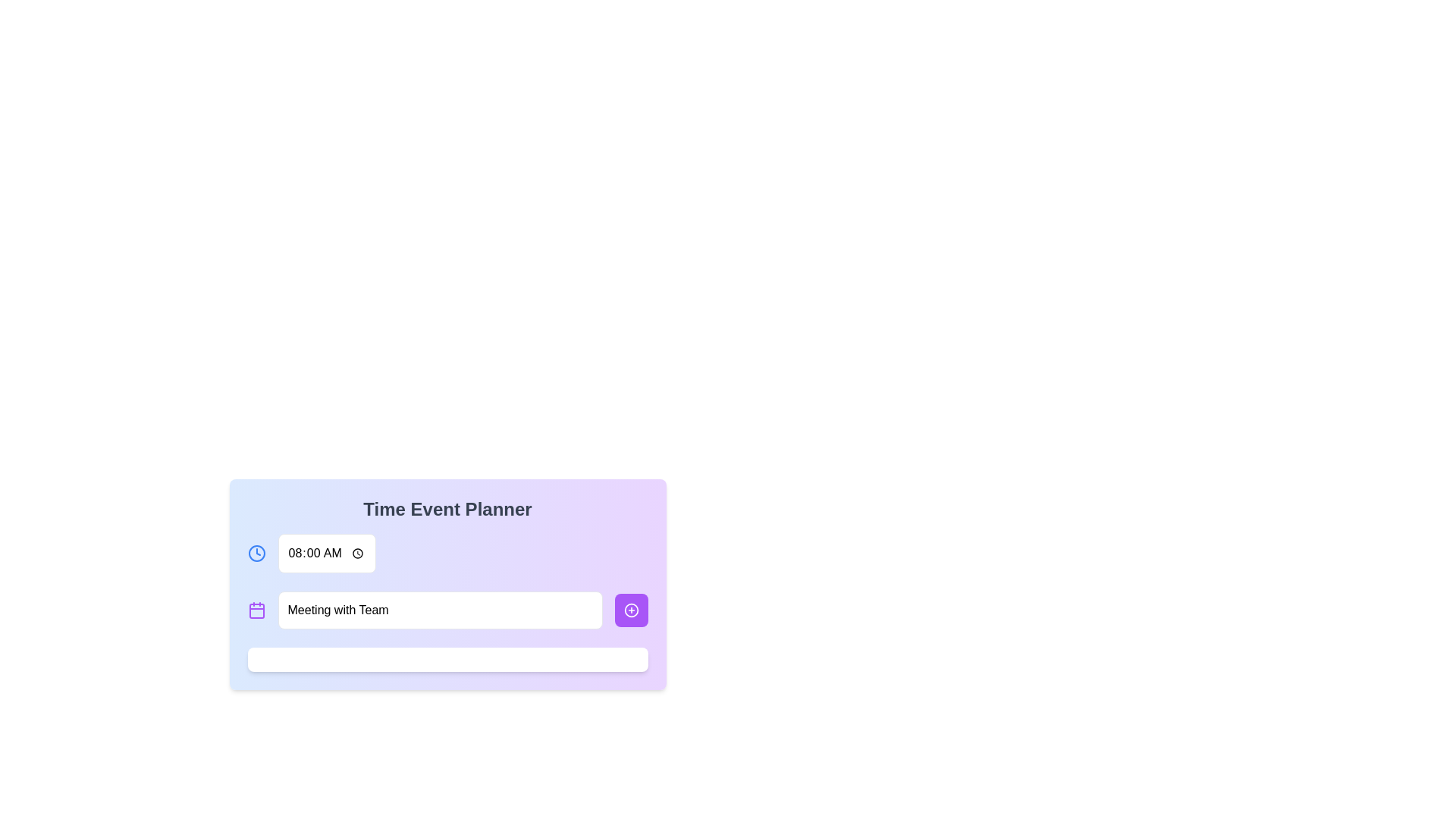 The height and width of the screenshot is (819, 1456). Describe the element at coordinates (631, 610) in the screenshot. I see `the Icon button located at the rightmost end of the second input row, contained within a purple rounded square` at that location.